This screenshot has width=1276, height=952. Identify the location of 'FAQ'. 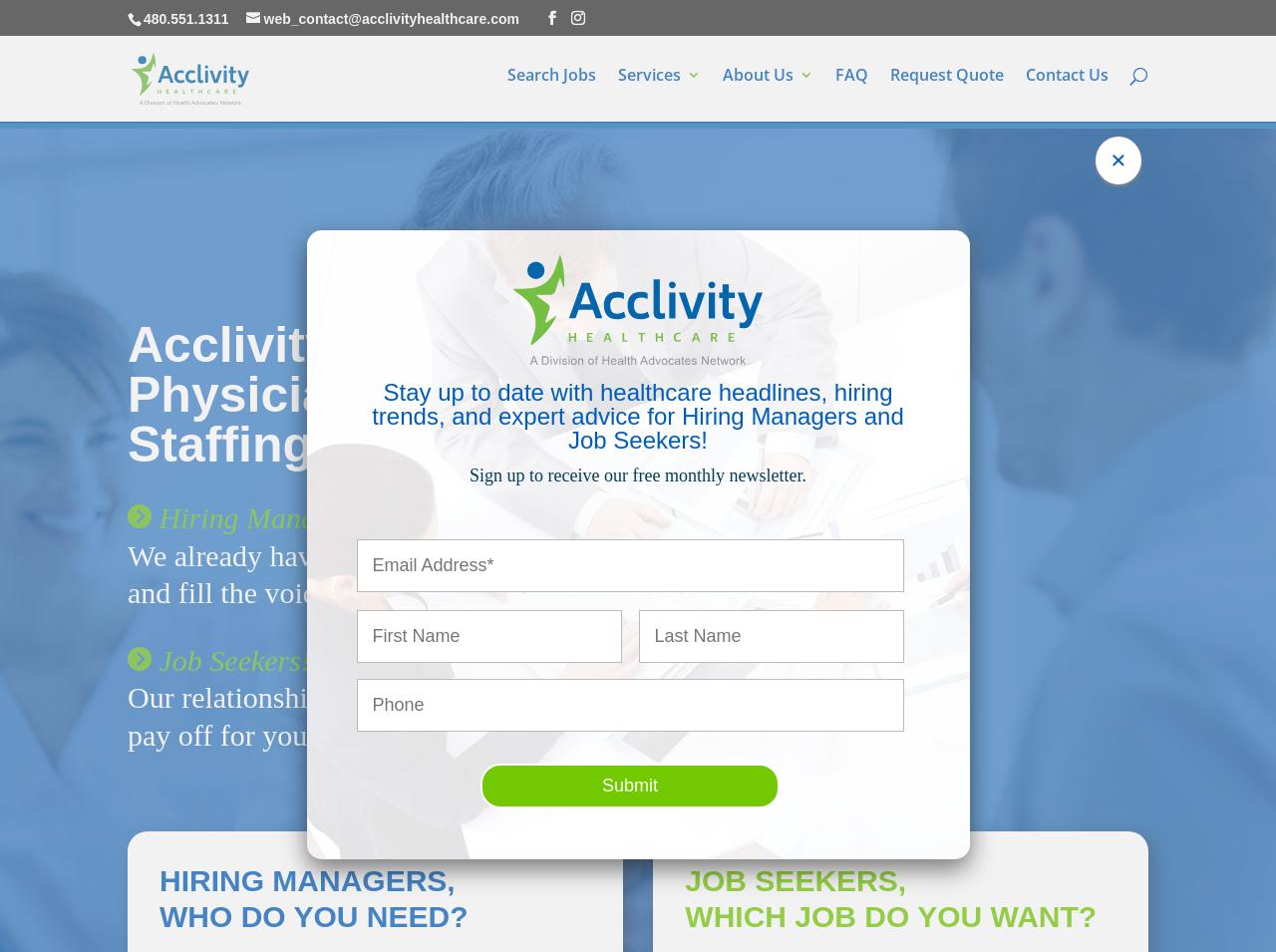
(851, 81).